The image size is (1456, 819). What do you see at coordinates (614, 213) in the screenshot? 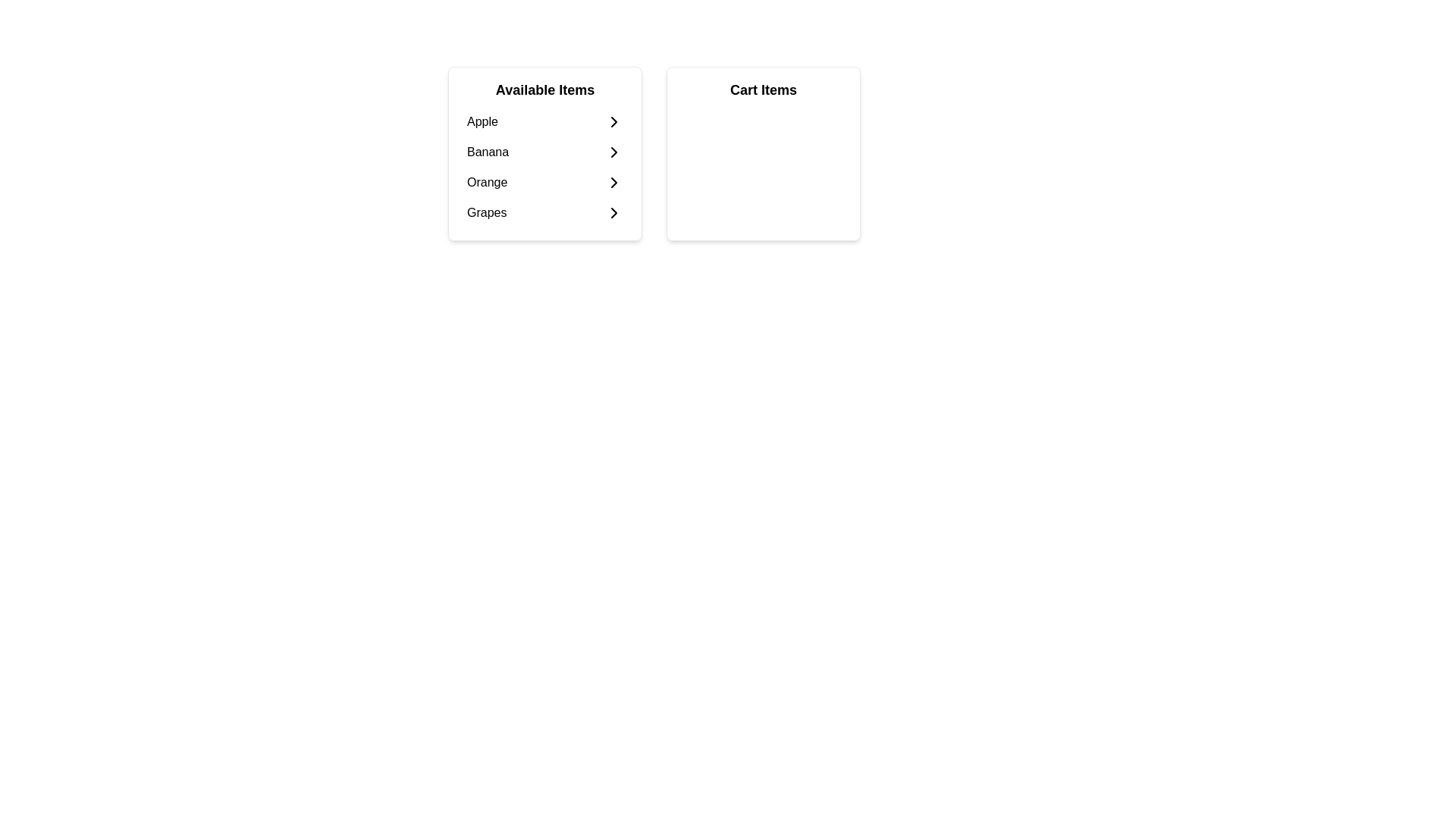
I see `the interactive icon located to the right of the item labeled 'Grapes' in the 'Available Items' section` at bounding box center [614, 213].